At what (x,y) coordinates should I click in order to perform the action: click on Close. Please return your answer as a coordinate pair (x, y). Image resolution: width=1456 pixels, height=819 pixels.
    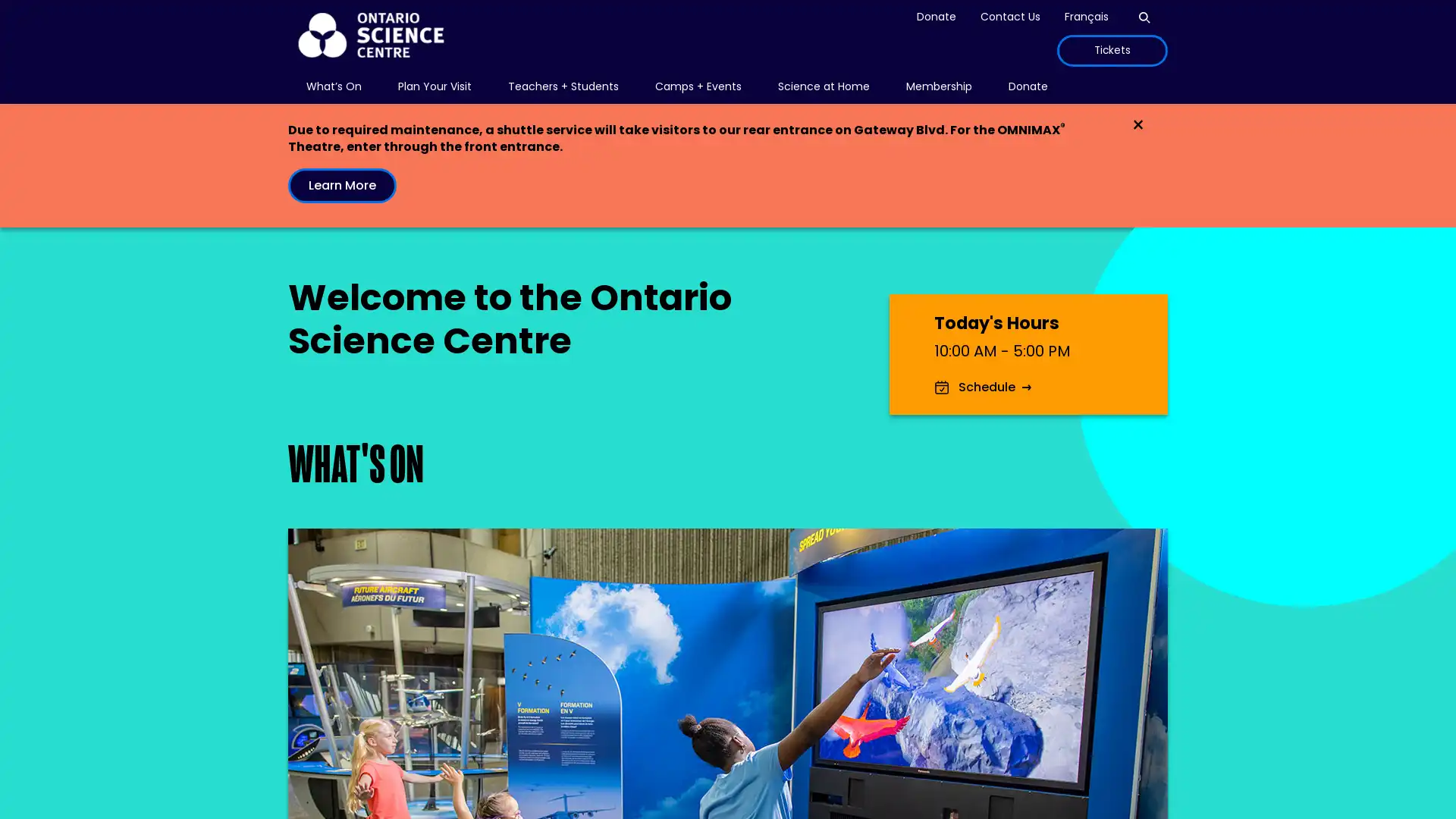
    Looking at the image, I should click on (1138, 124).